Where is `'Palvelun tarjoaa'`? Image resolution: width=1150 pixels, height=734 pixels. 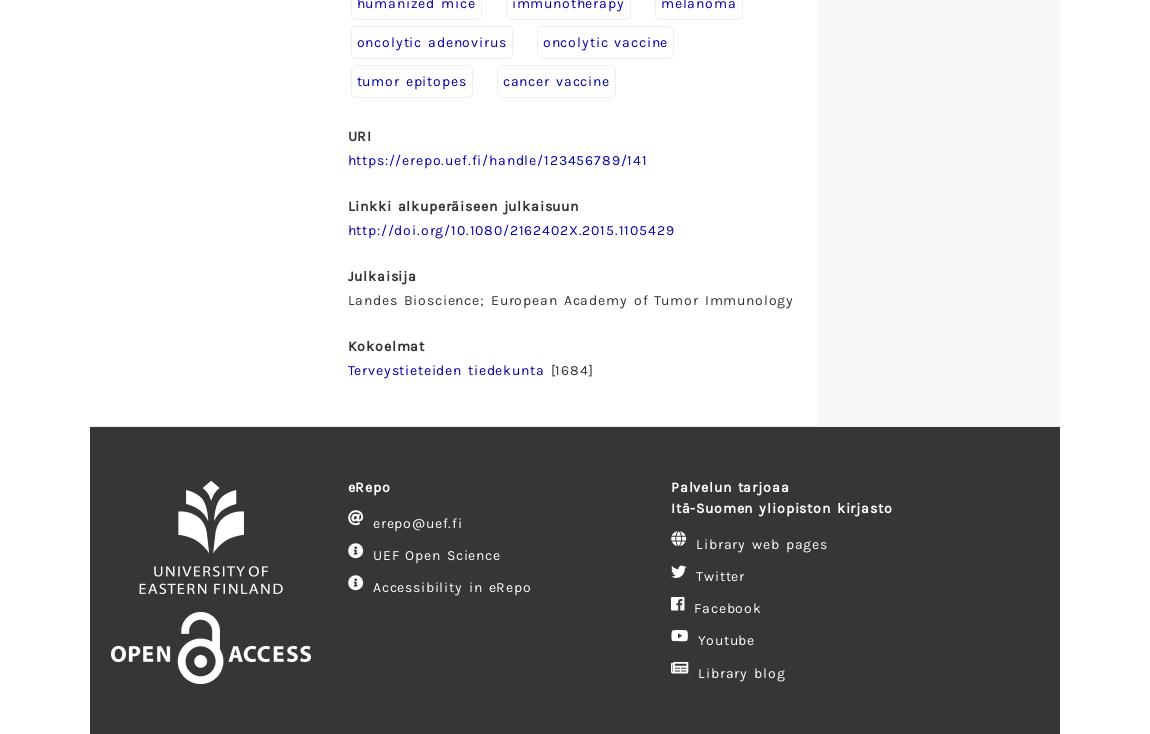
'Palvelun tarjoaa' is located at coordinates (728, 486).